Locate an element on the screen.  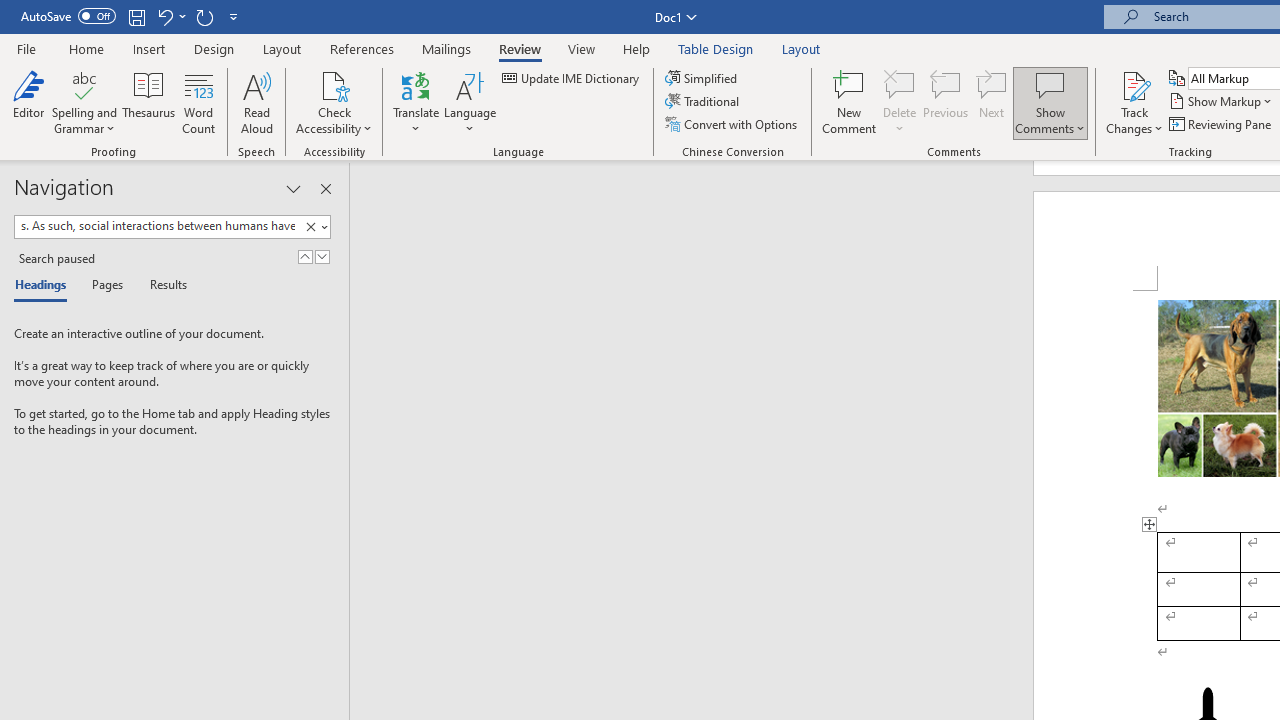
'Repeat Style' is located at coordinates (204, 16).